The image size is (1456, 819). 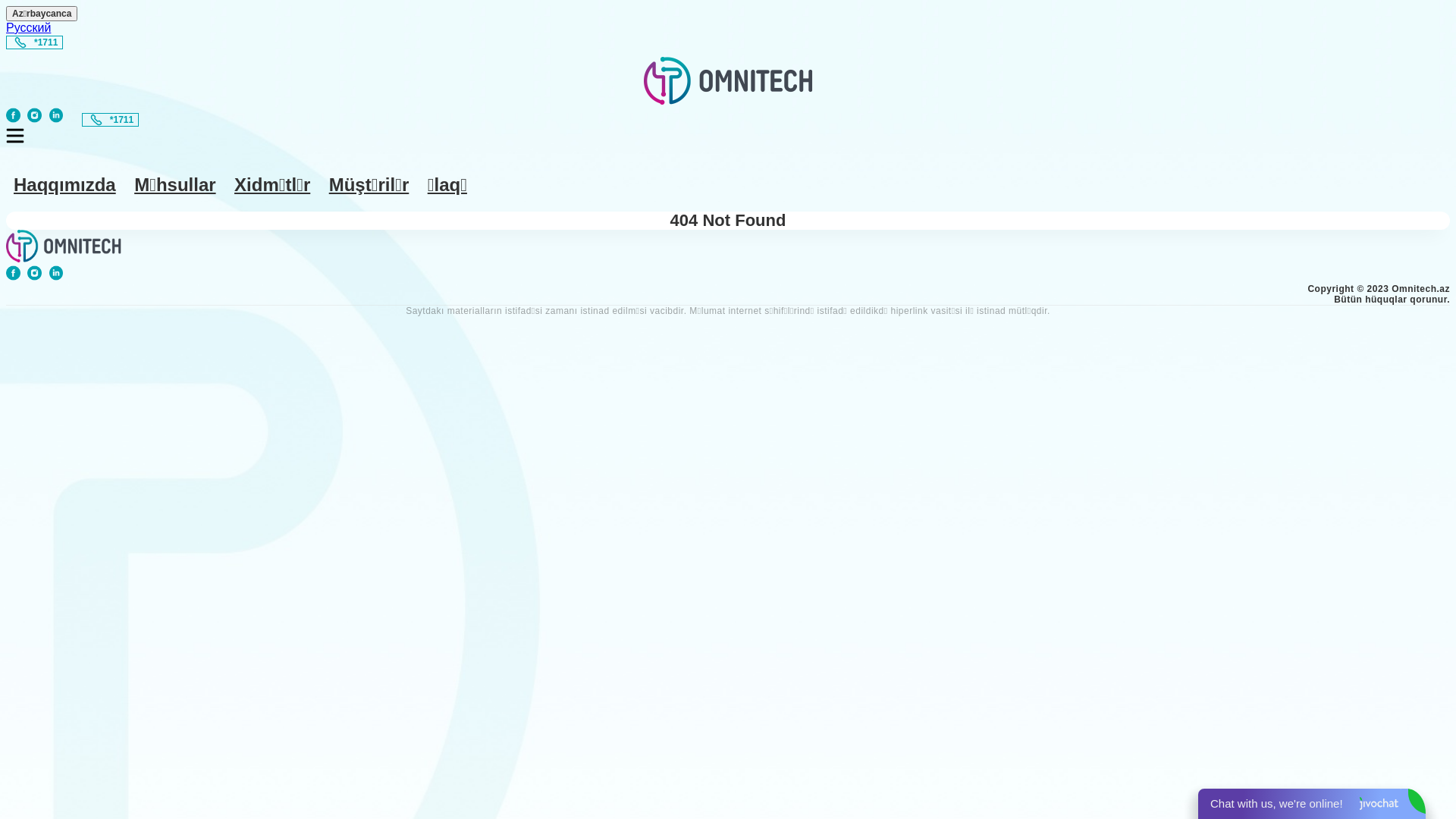 What do you see at coordinates (34, 40) in the screenshot?
I see `'*1711'` at bounding box center [34, 40].